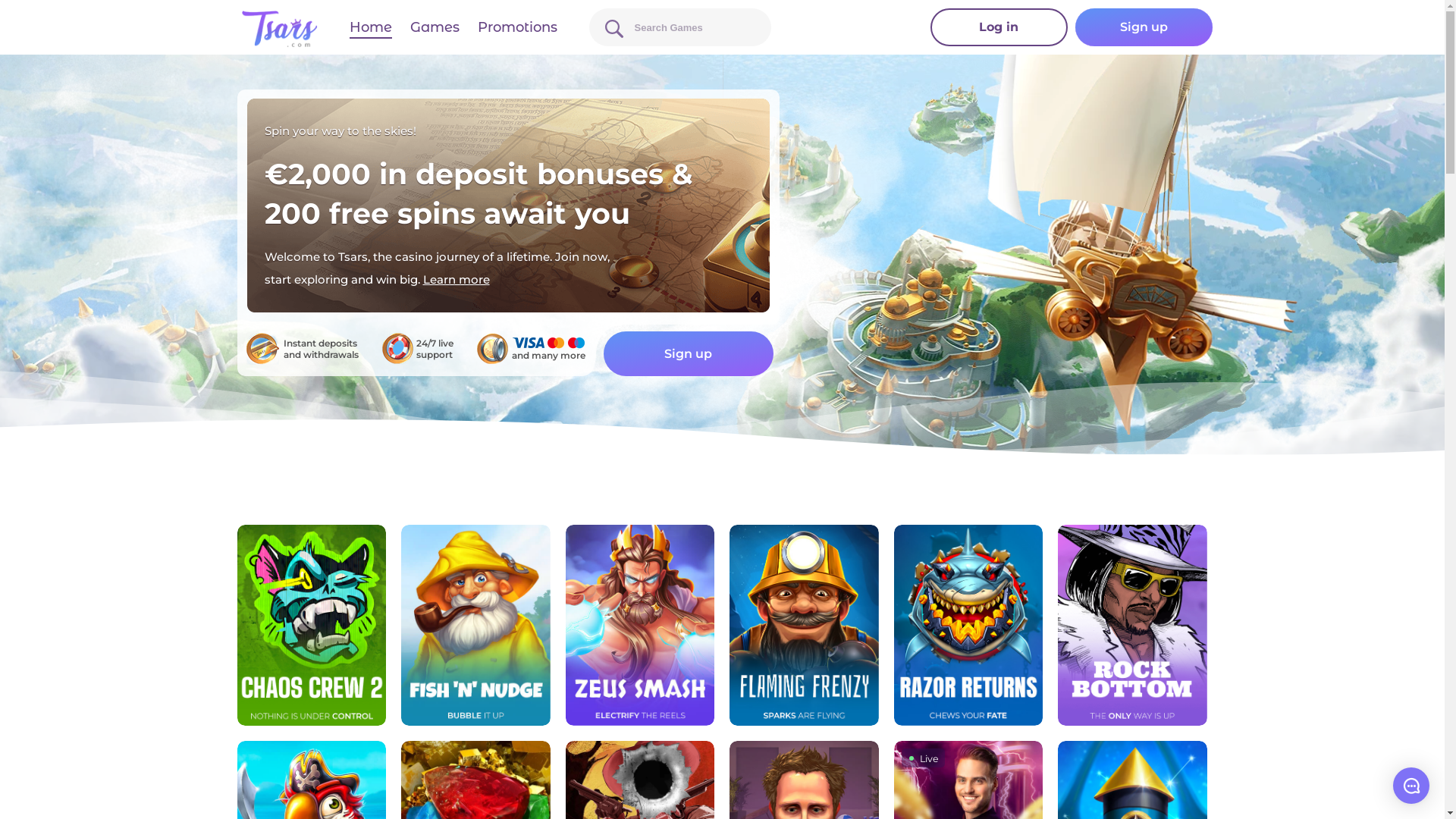 The image size is (1456, 819). I want to click on 'Learn more', so click(455, 278).